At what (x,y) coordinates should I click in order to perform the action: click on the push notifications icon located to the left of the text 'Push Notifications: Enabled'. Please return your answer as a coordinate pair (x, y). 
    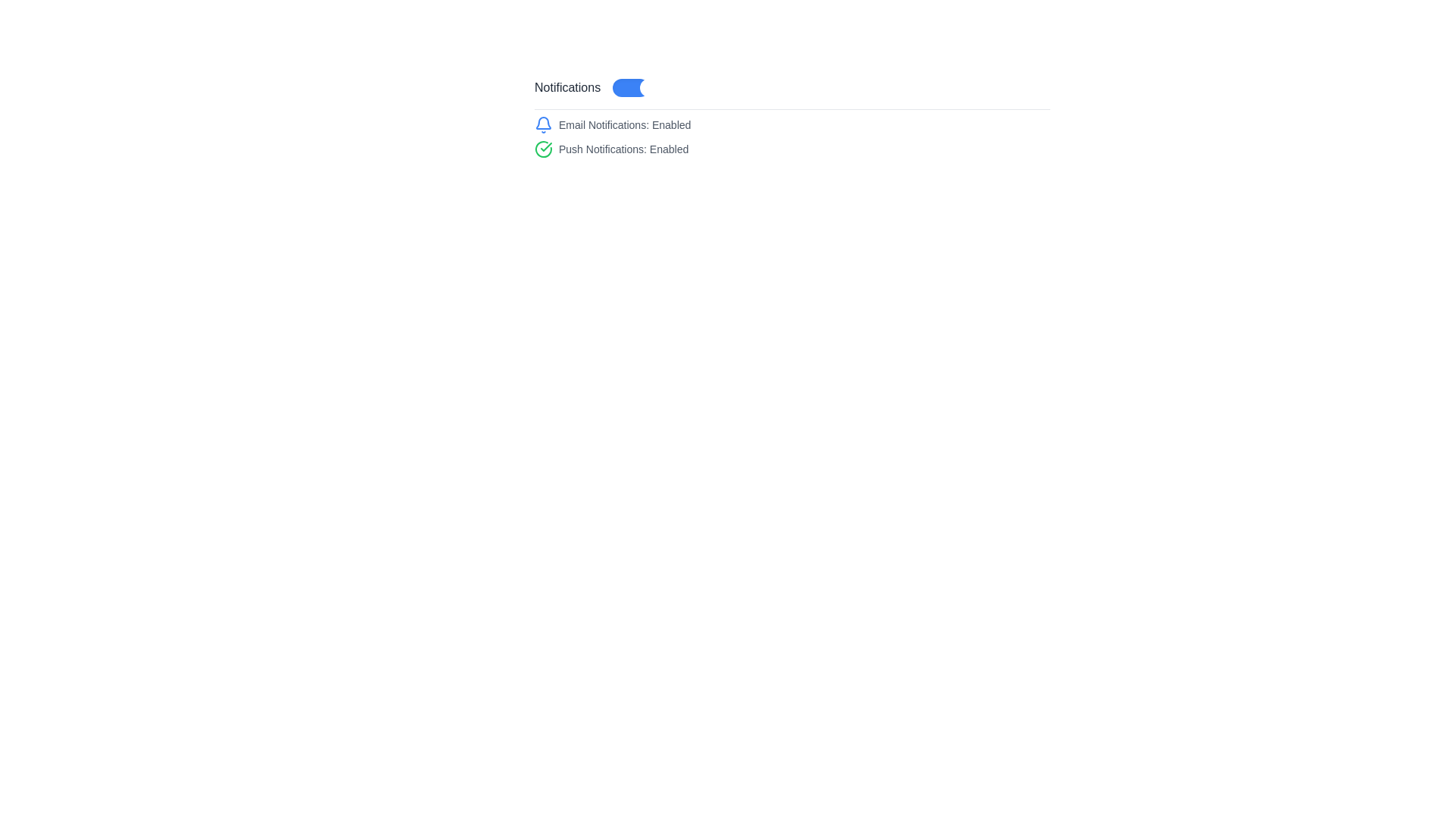
    Looking at the image, I should click on (543, 149).